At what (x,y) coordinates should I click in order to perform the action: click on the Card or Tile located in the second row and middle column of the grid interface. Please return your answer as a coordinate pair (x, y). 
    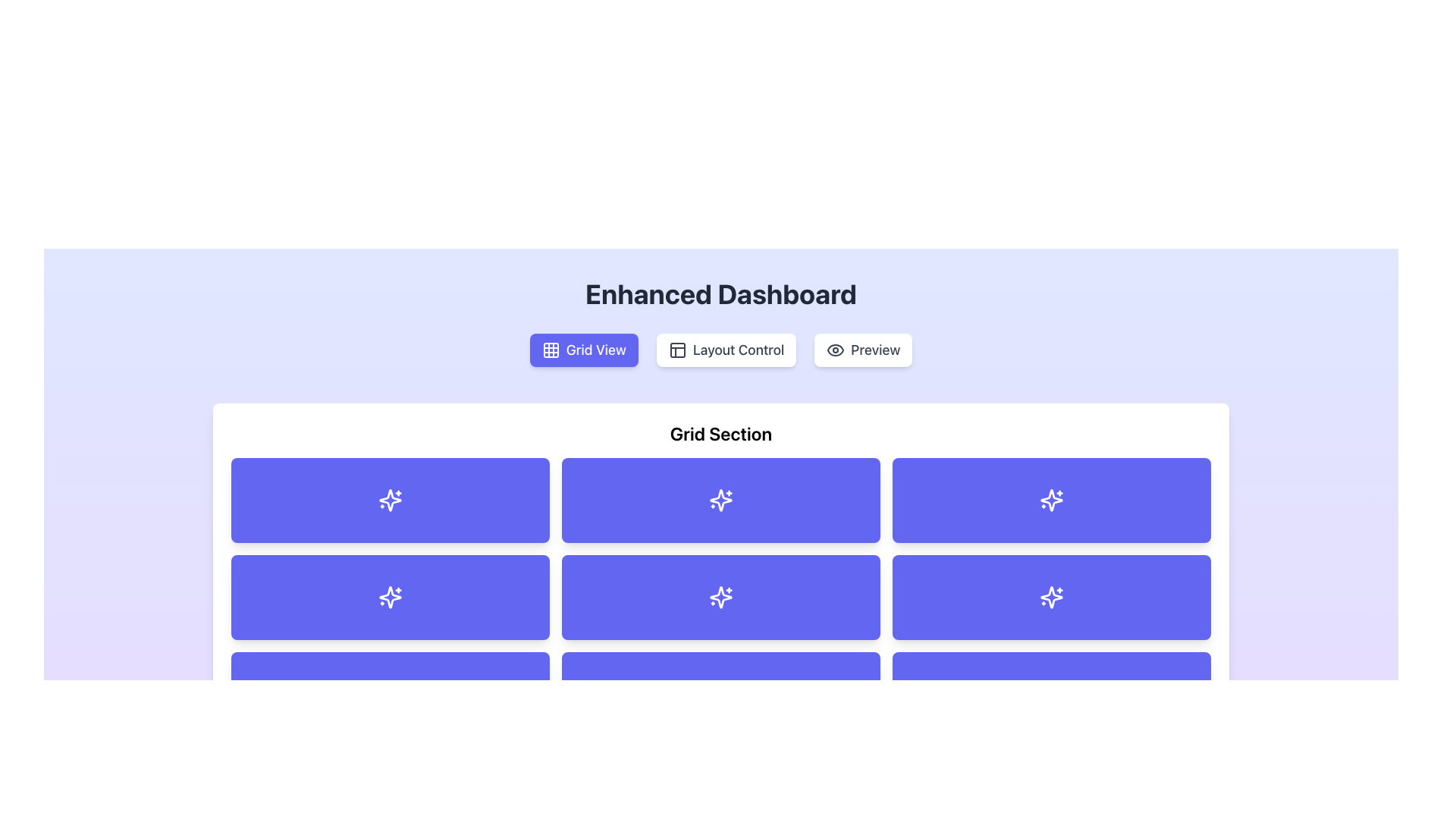
    Looking at the image, I should click on (720, 596).